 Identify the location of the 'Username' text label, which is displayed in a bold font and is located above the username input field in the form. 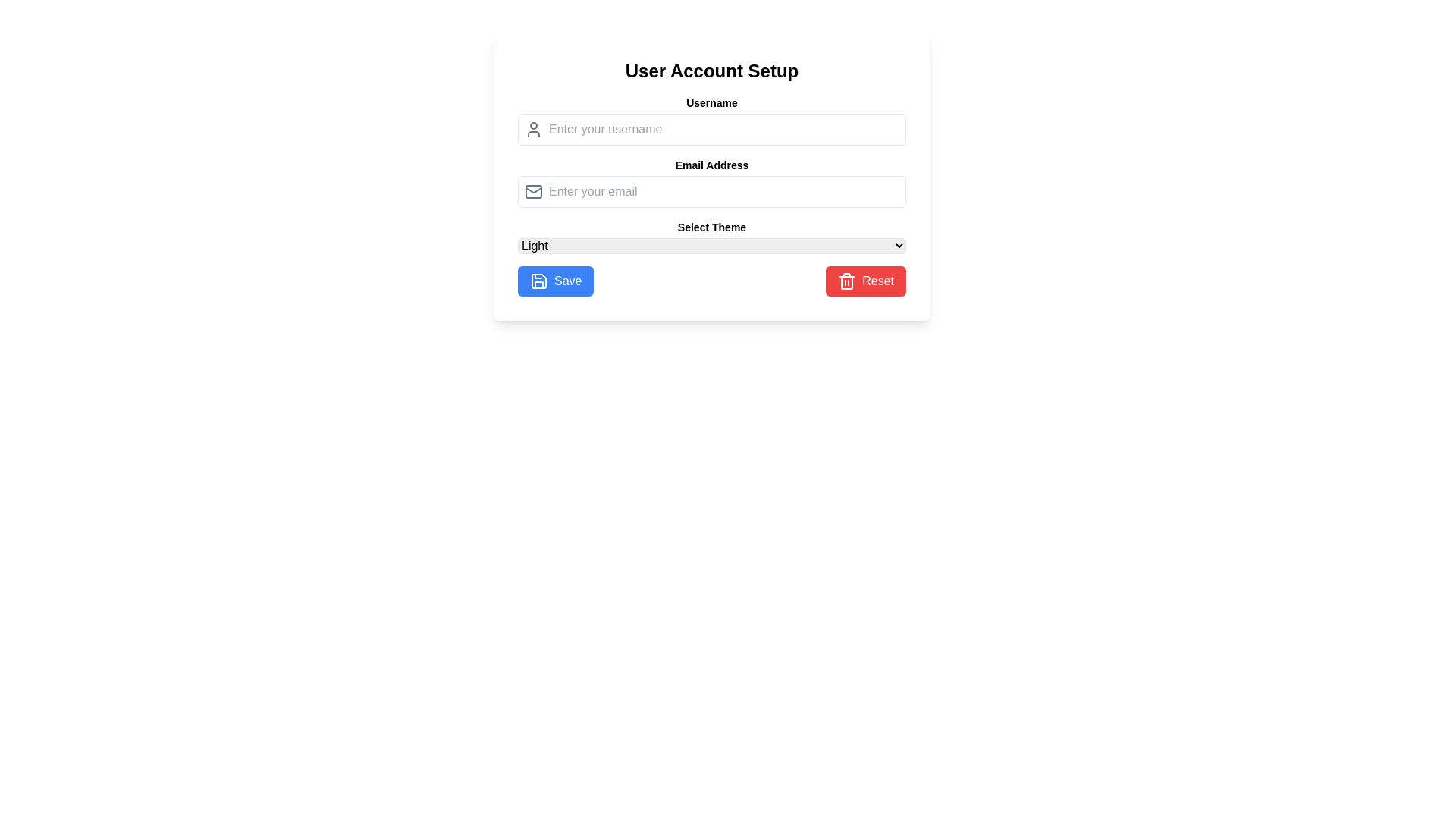
(711, 102).